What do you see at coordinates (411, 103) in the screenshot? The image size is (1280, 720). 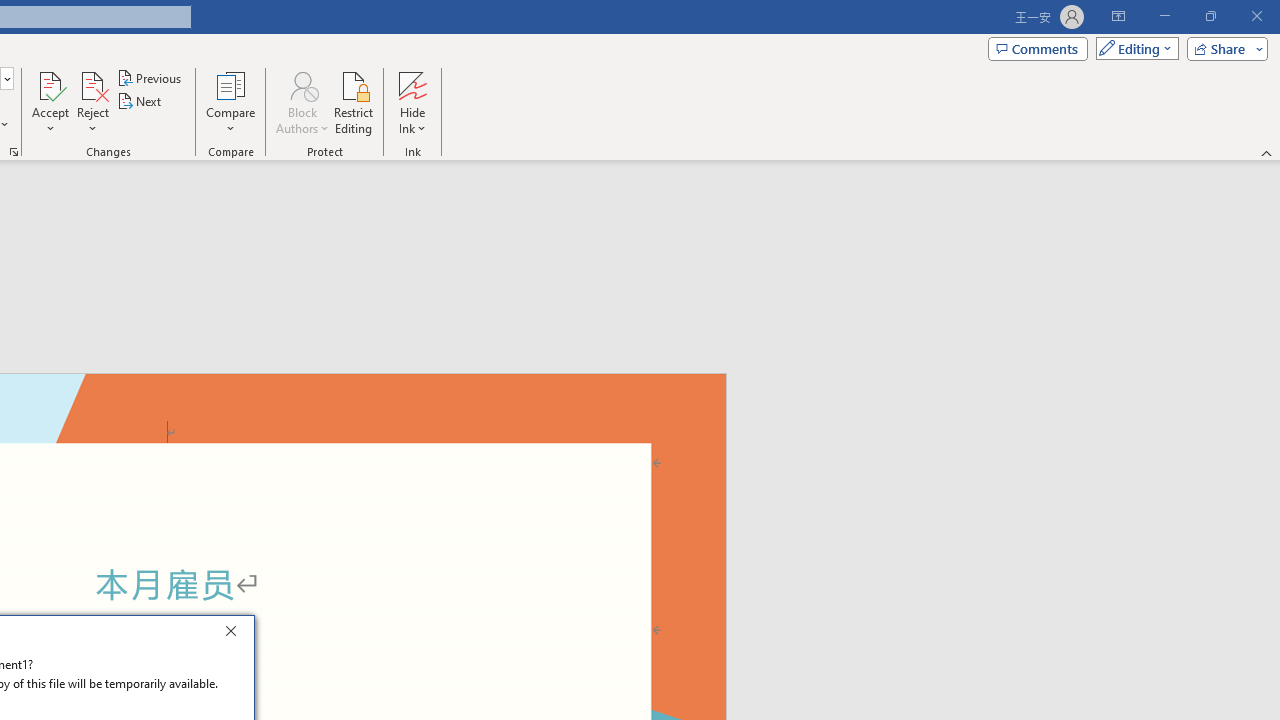 I see `'Hide Ink'` at bounding box center [411, 103].